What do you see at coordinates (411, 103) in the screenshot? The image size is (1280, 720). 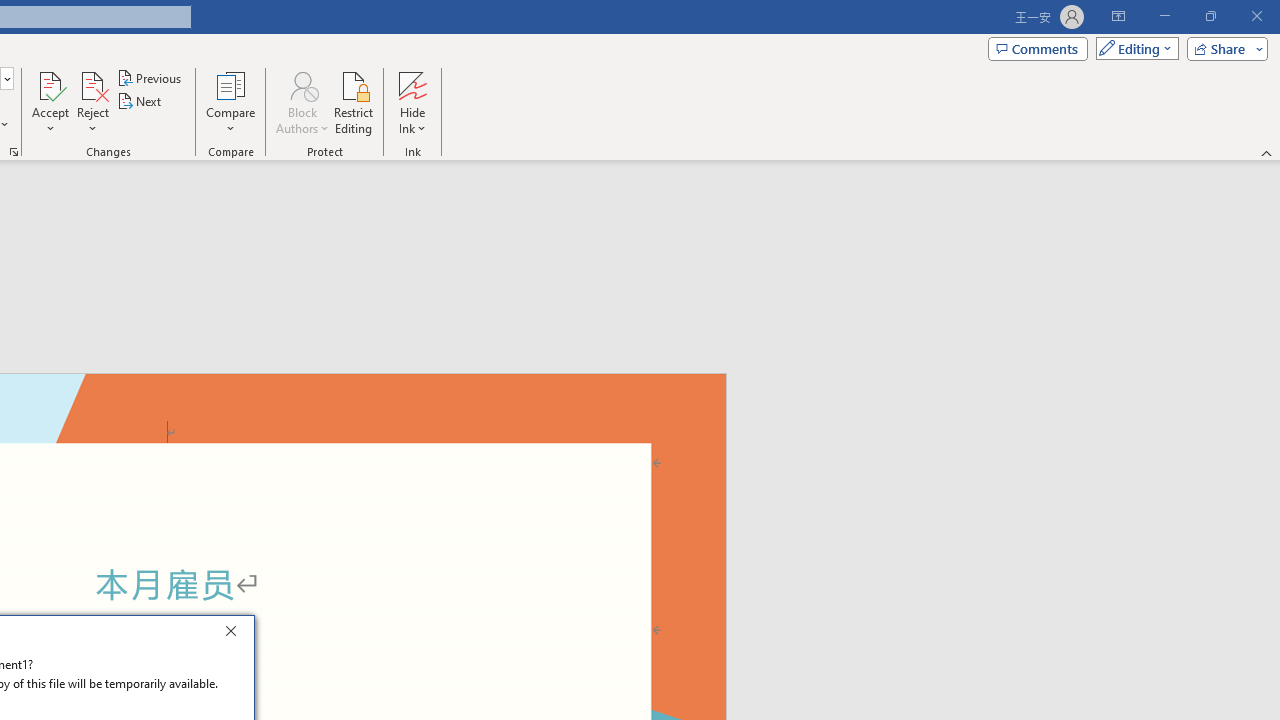 I see `'Hide Ink'` at bounding box center [411, 103].